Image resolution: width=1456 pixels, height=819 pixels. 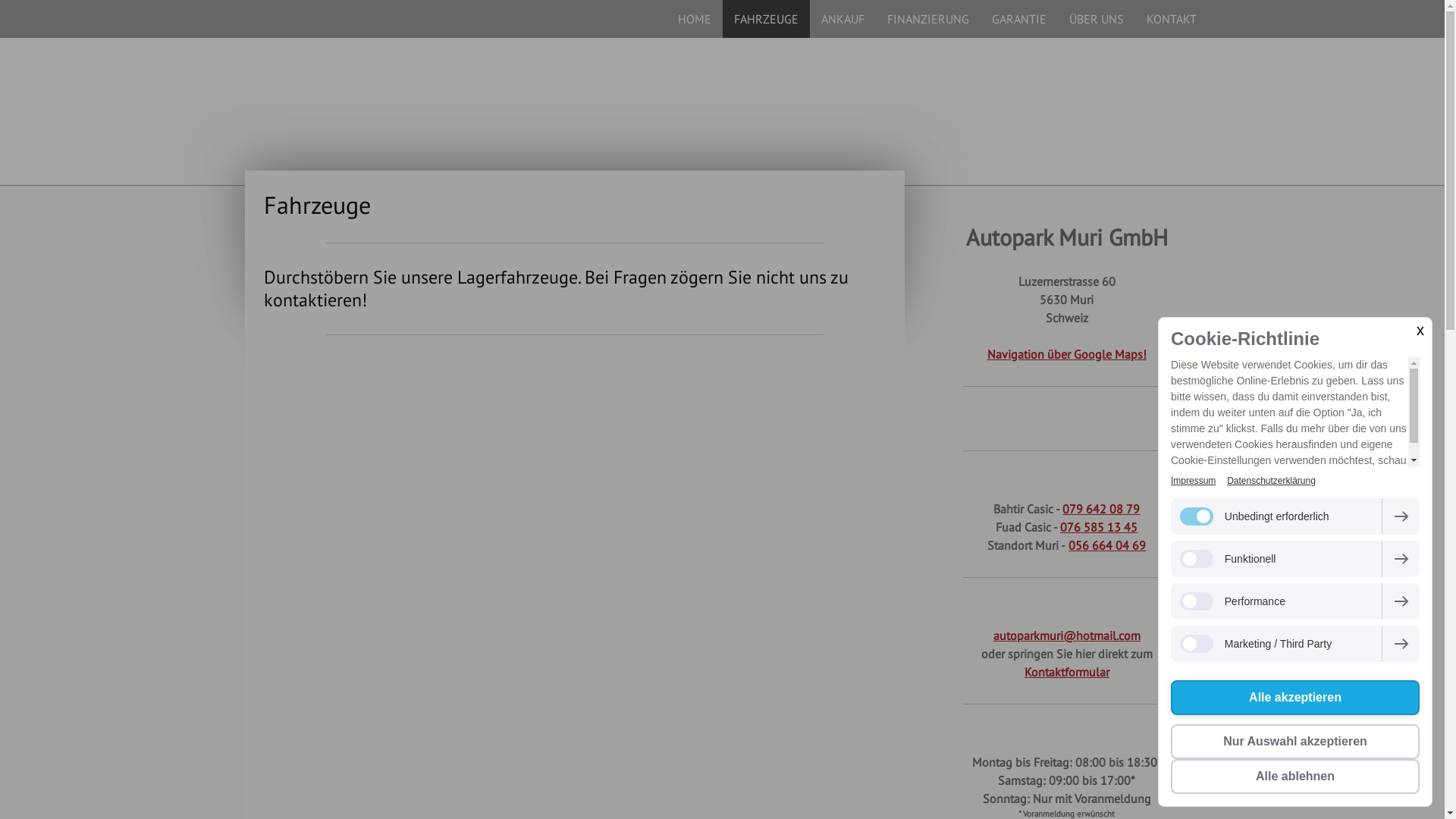 I want to click on 'FAHRZEUGE', so click(x=765, y=18).